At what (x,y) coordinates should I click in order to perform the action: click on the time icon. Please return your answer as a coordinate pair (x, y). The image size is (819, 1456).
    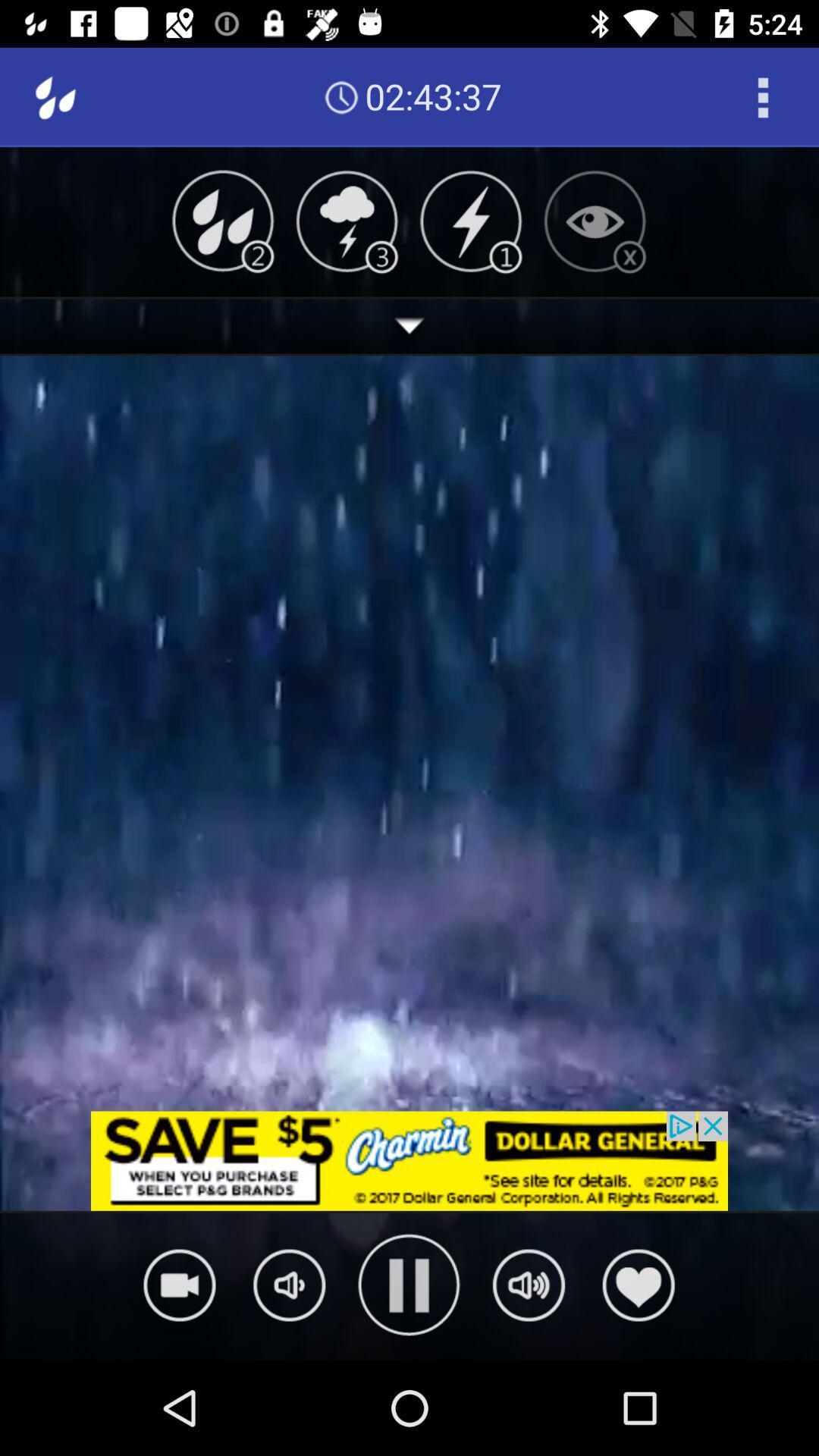
    Looking at the image, I should click on (341, 96).